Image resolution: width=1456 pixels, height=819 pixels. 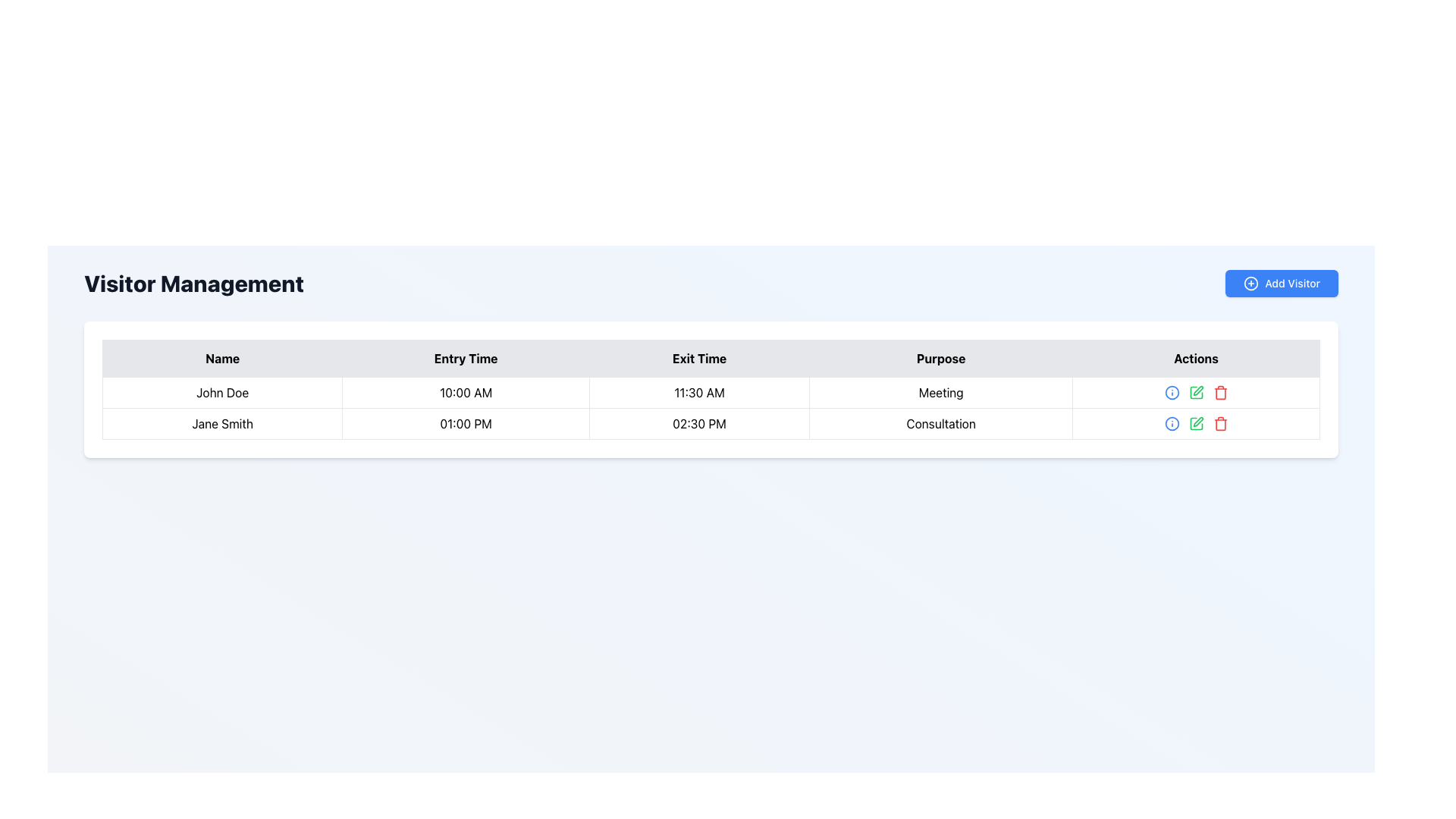 What do you see at coordinates (1251, 284) in the screenshot?
I see `the decorative icon located on the leftmost part of the blue rectangular button, which is situated in the top right corner of the interface, next` at bounding box center [1251, 284].